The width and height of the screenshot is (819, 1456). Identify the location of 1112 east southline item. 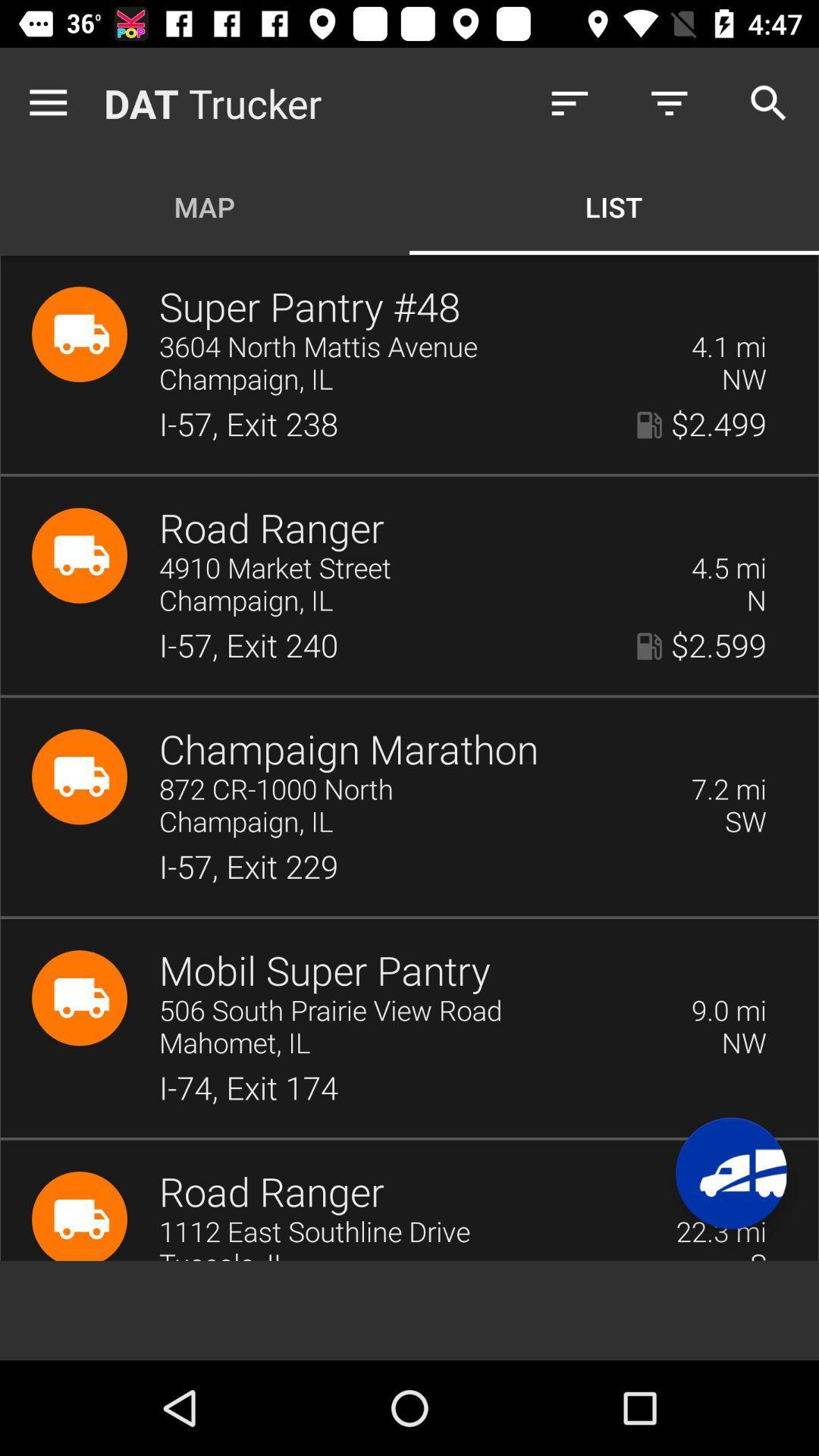
(406, 1232).